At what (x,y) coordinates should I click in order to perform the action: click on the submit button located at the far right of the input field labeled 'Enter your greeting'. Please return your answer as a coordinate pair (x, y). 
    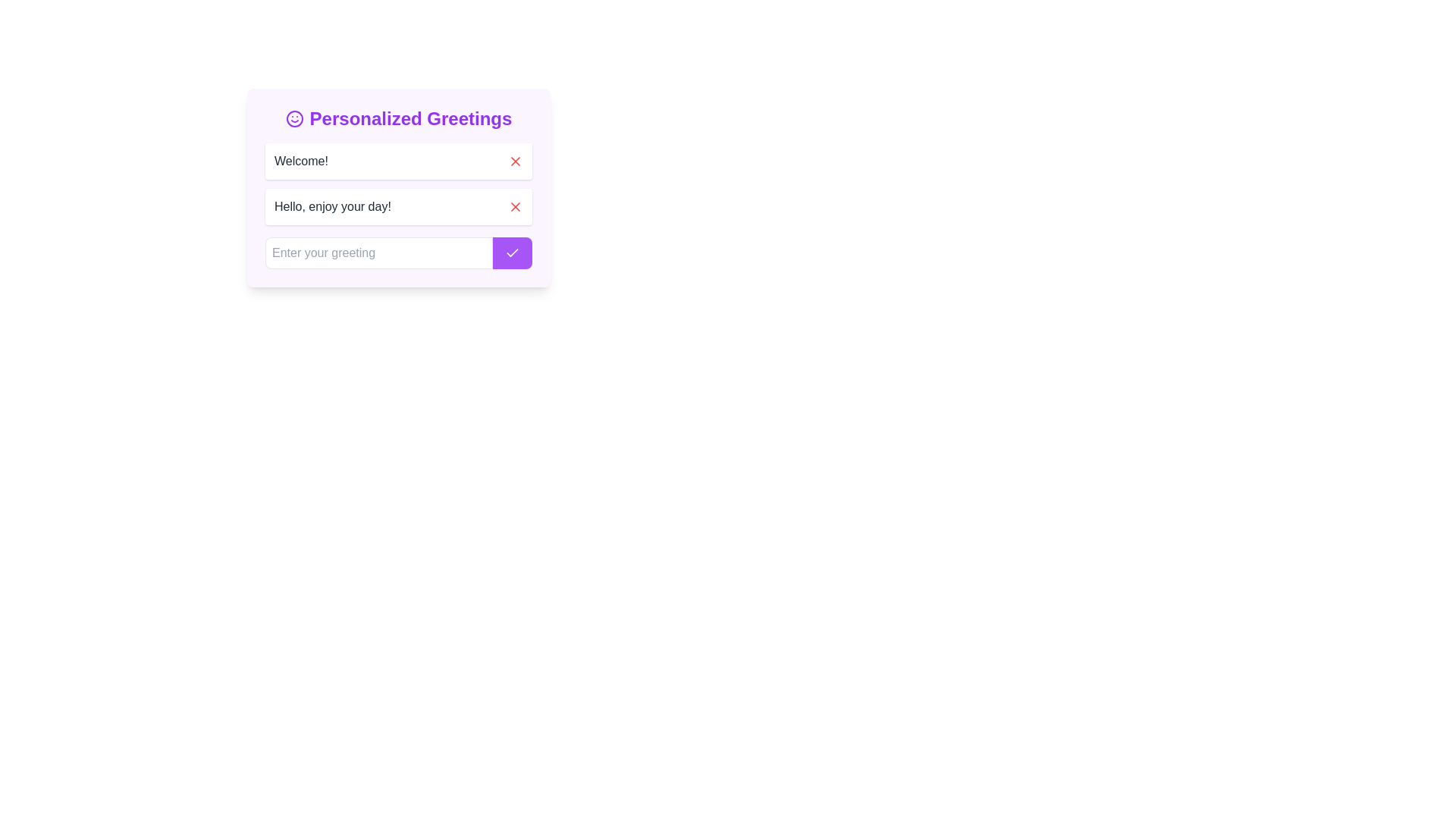
    Looking at the image, I should click on (513, 253).